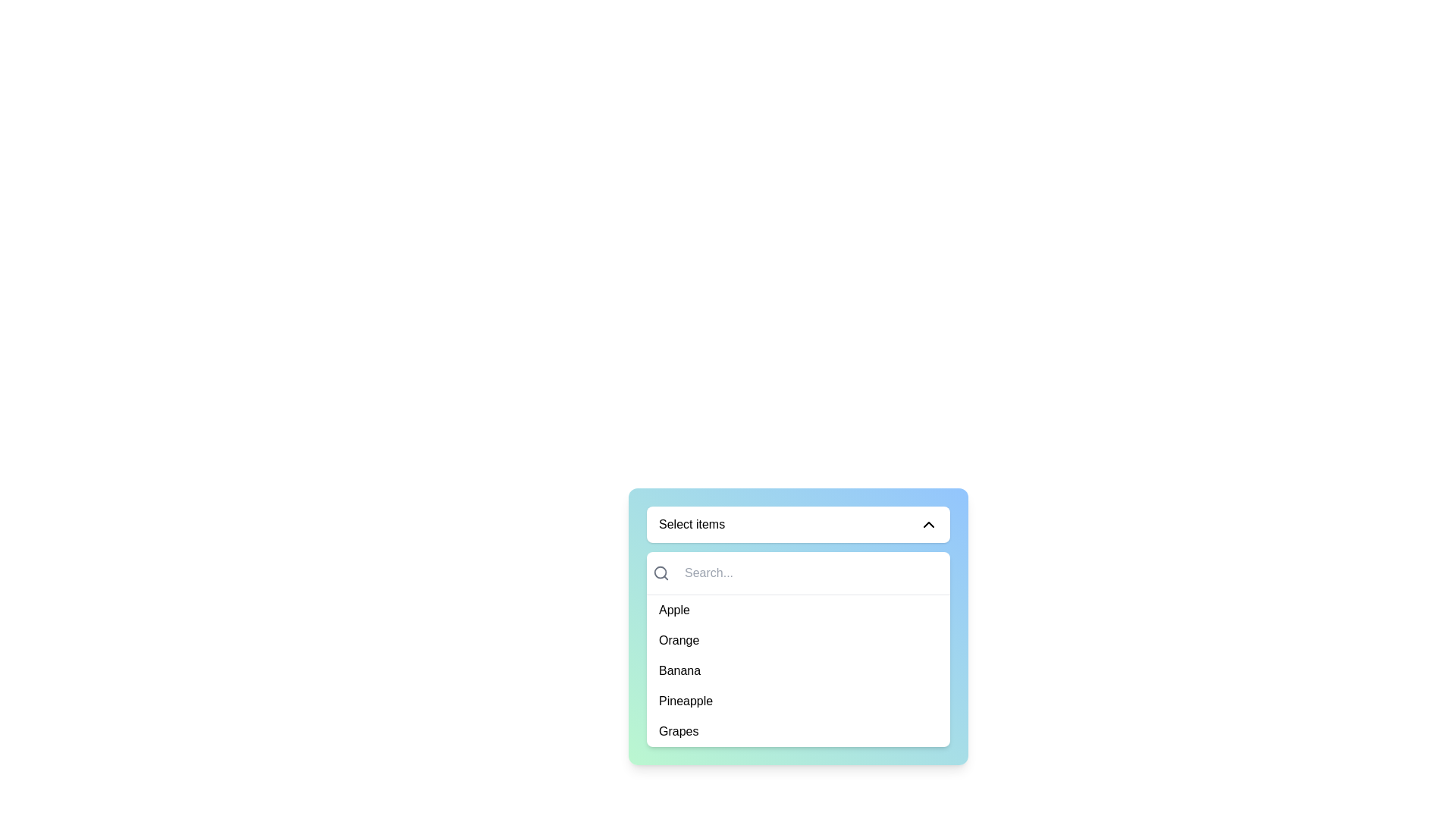 This screenshot has width=1456, height=819. What do you see at coordinates (679, 670) in the screenshot?
I see `the text label displaying 'Banana'` at bounding box center [679, 670].